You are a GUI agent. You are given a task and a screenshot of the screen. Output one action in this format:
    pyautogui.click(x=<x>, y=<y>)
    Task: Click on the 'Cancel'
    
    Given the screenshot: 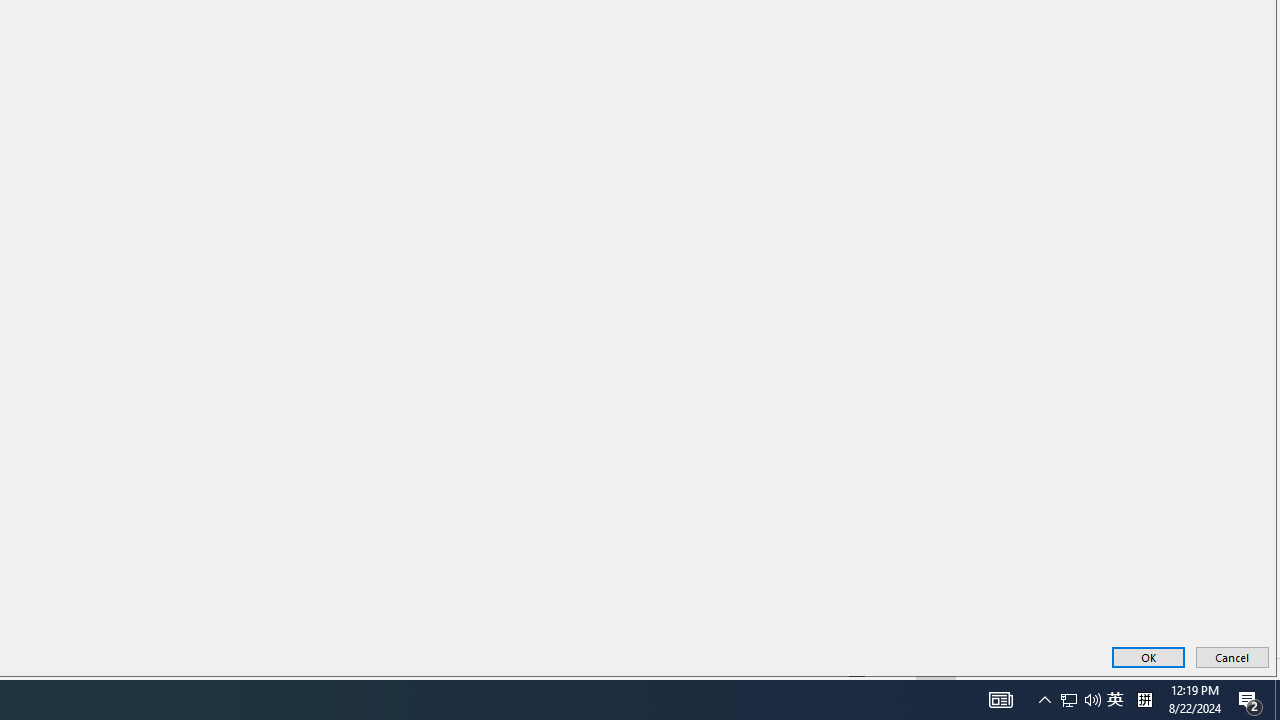 What is the action you would take?
    pyautogui.click(x=1231, y=657)
    